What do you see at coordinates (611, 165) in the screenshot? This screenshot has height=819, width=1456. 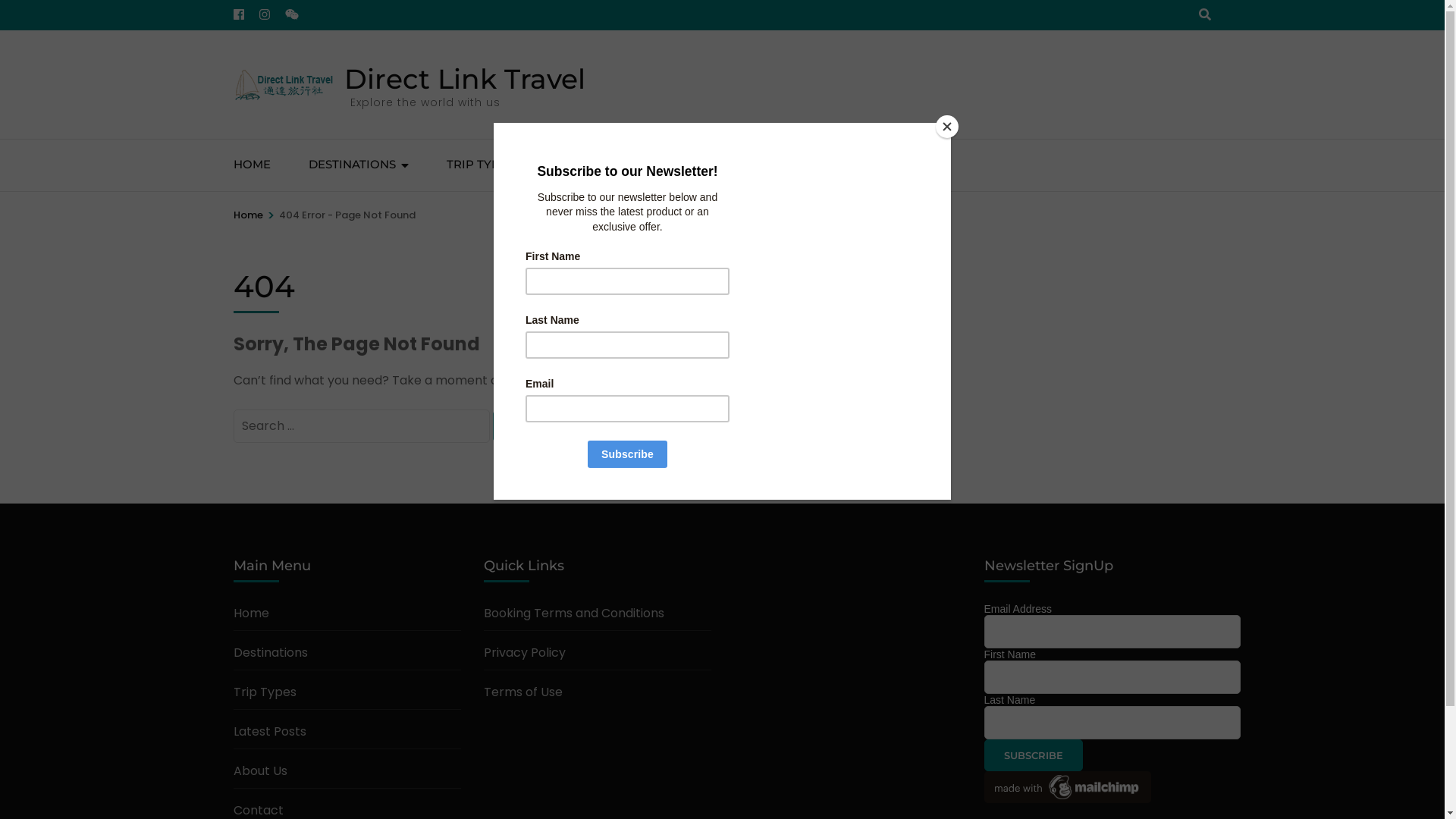 I see `'DESTINATION NEWS'` at bounding box center [611, 165].